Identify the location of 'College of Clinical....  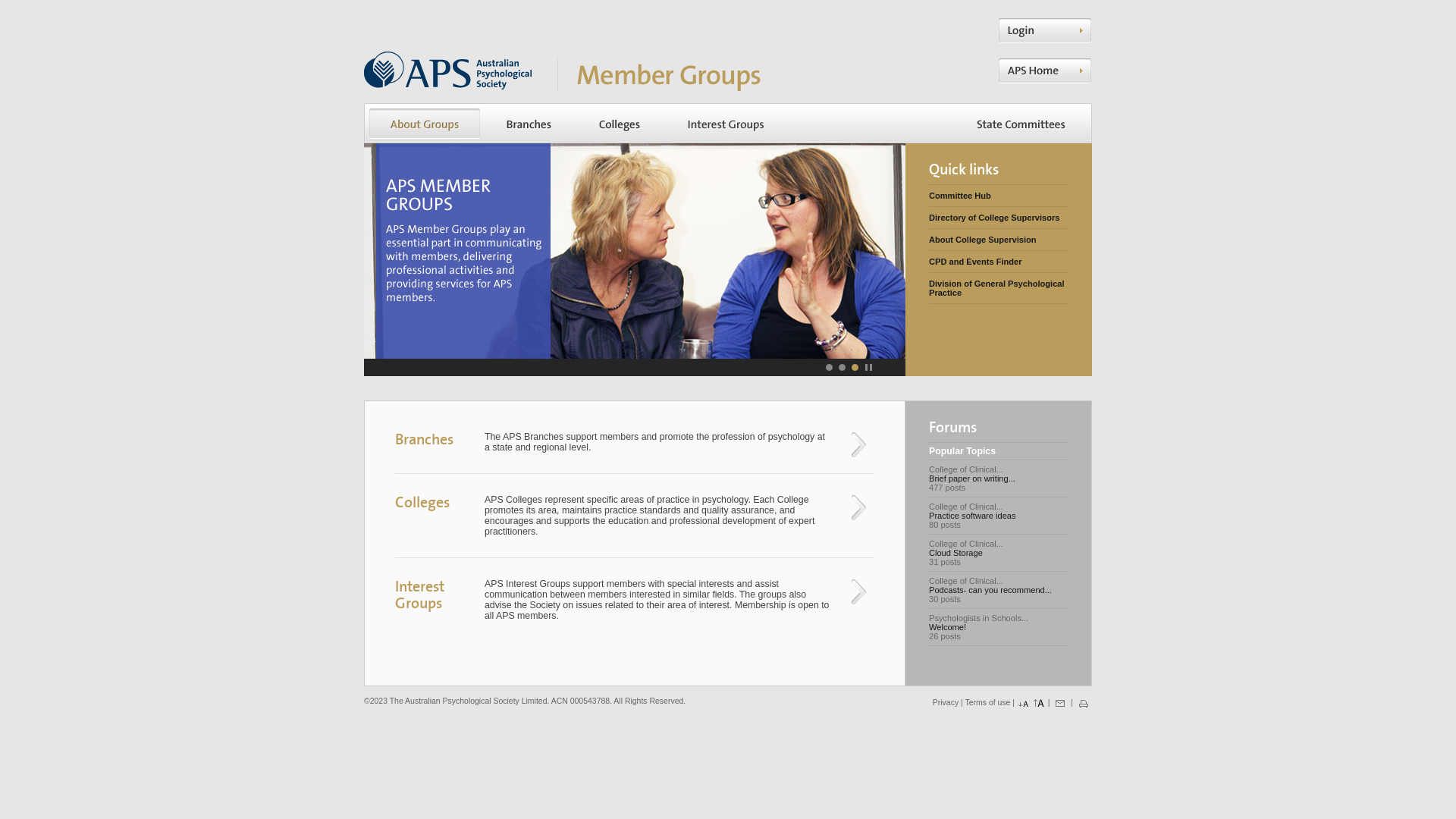
(998, 553).